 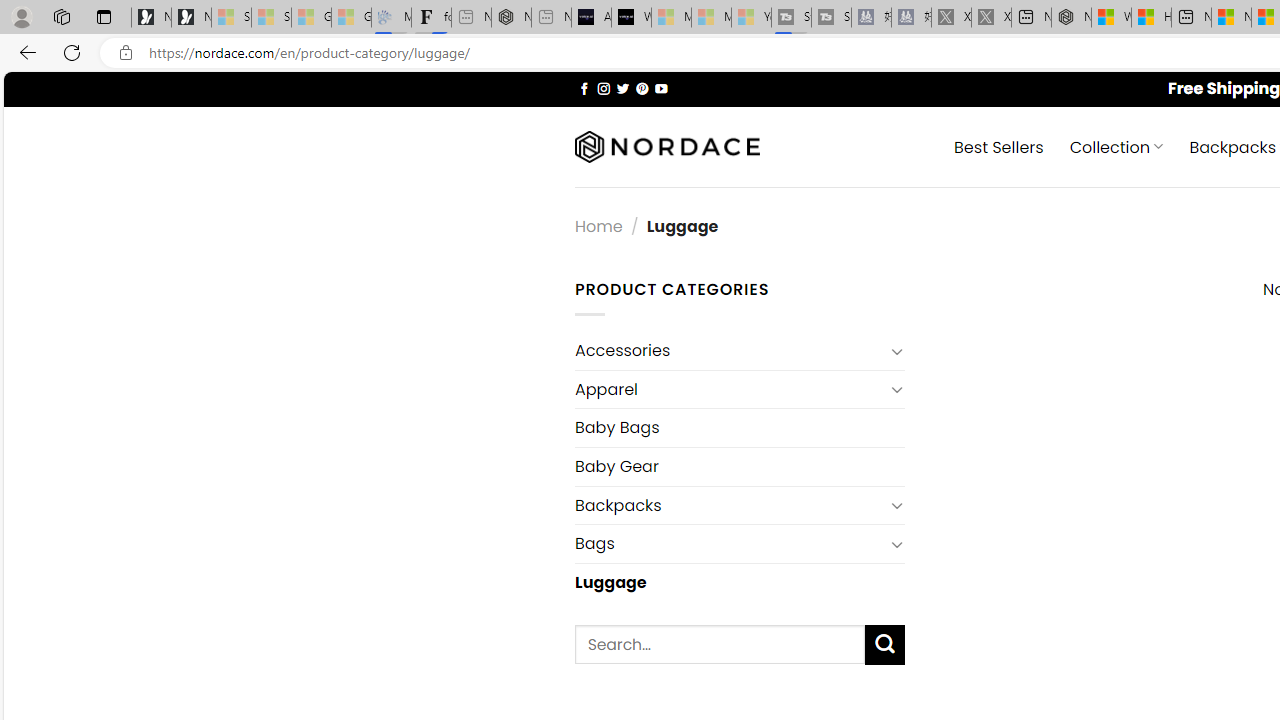 I want to click on 'Newsletter Sign Up', so click(x=191, y=17).